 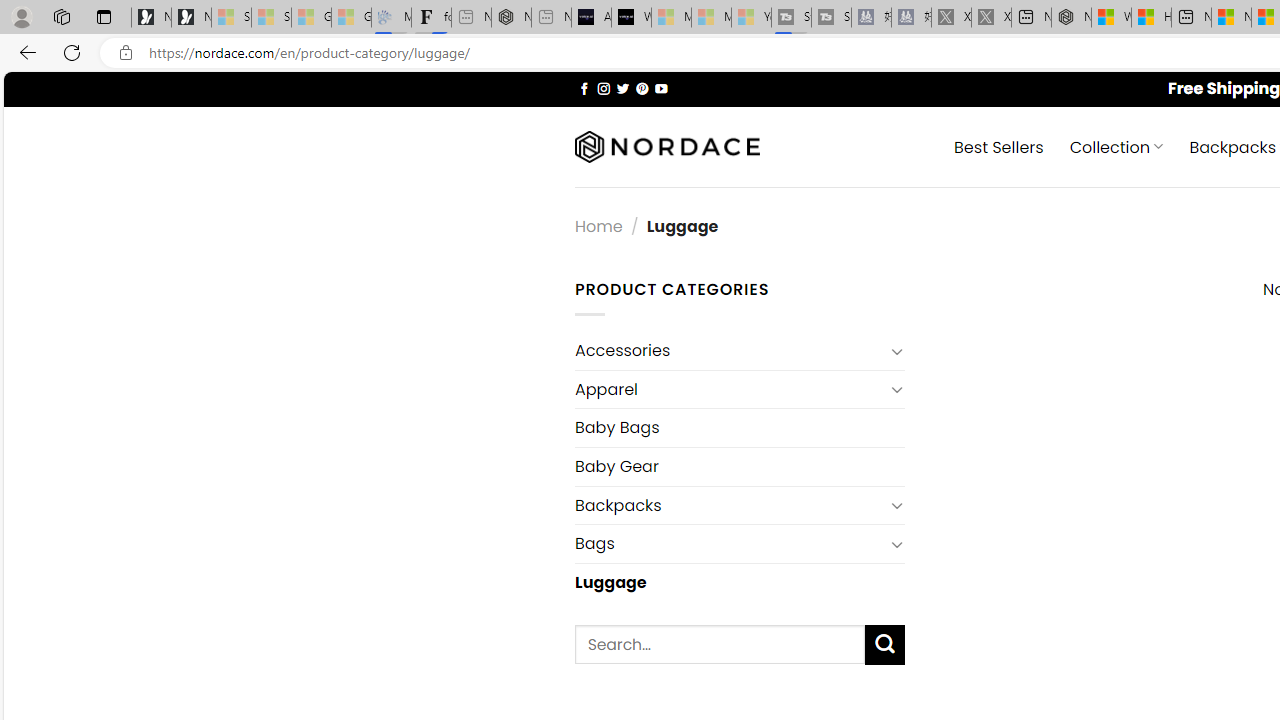 I want to click on 'Newsletter Sign Up', so click(x=191, y=17).